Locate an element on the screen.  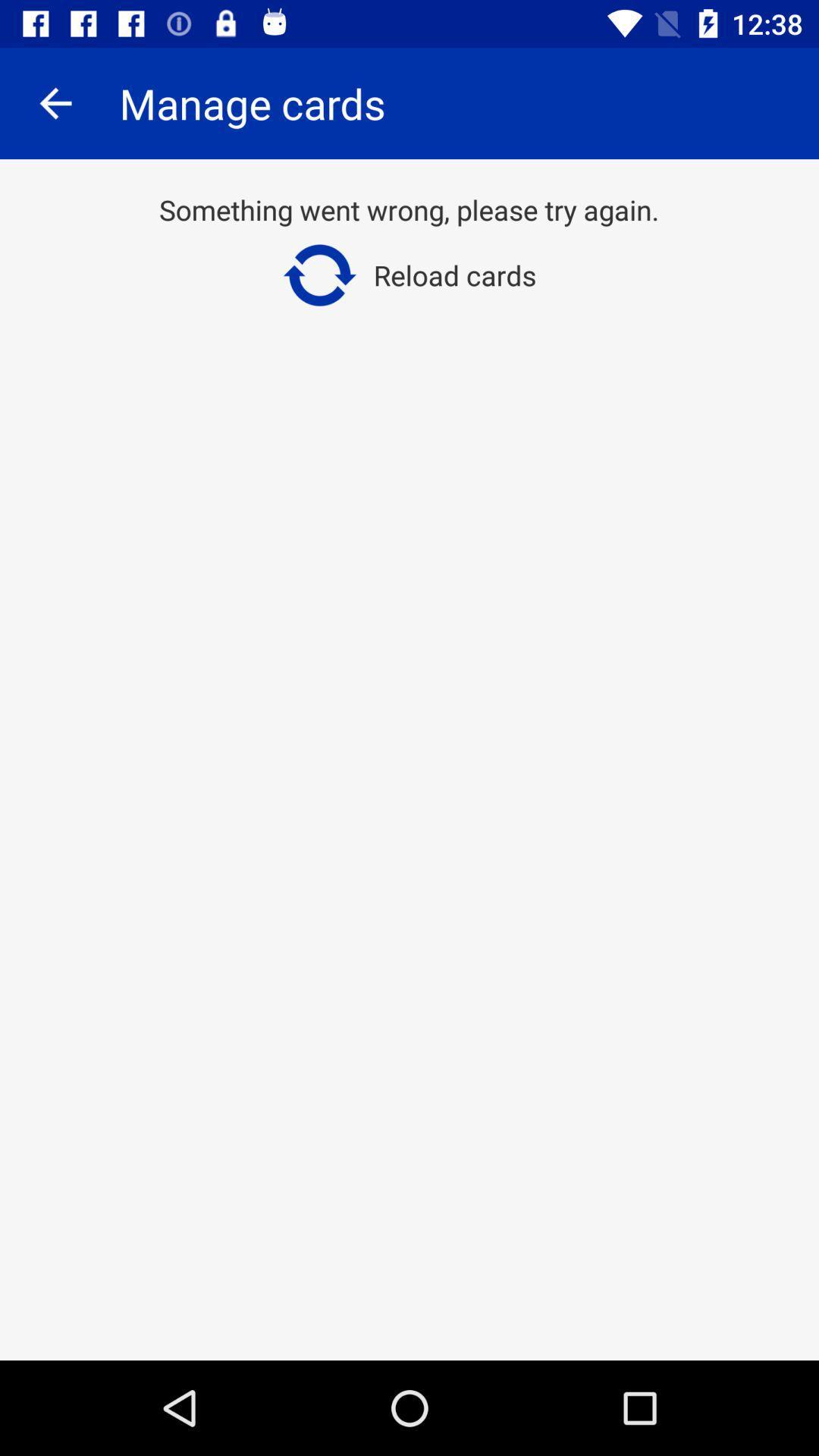
the item to the left of manage cards icon is located at coordinates (55, 102).